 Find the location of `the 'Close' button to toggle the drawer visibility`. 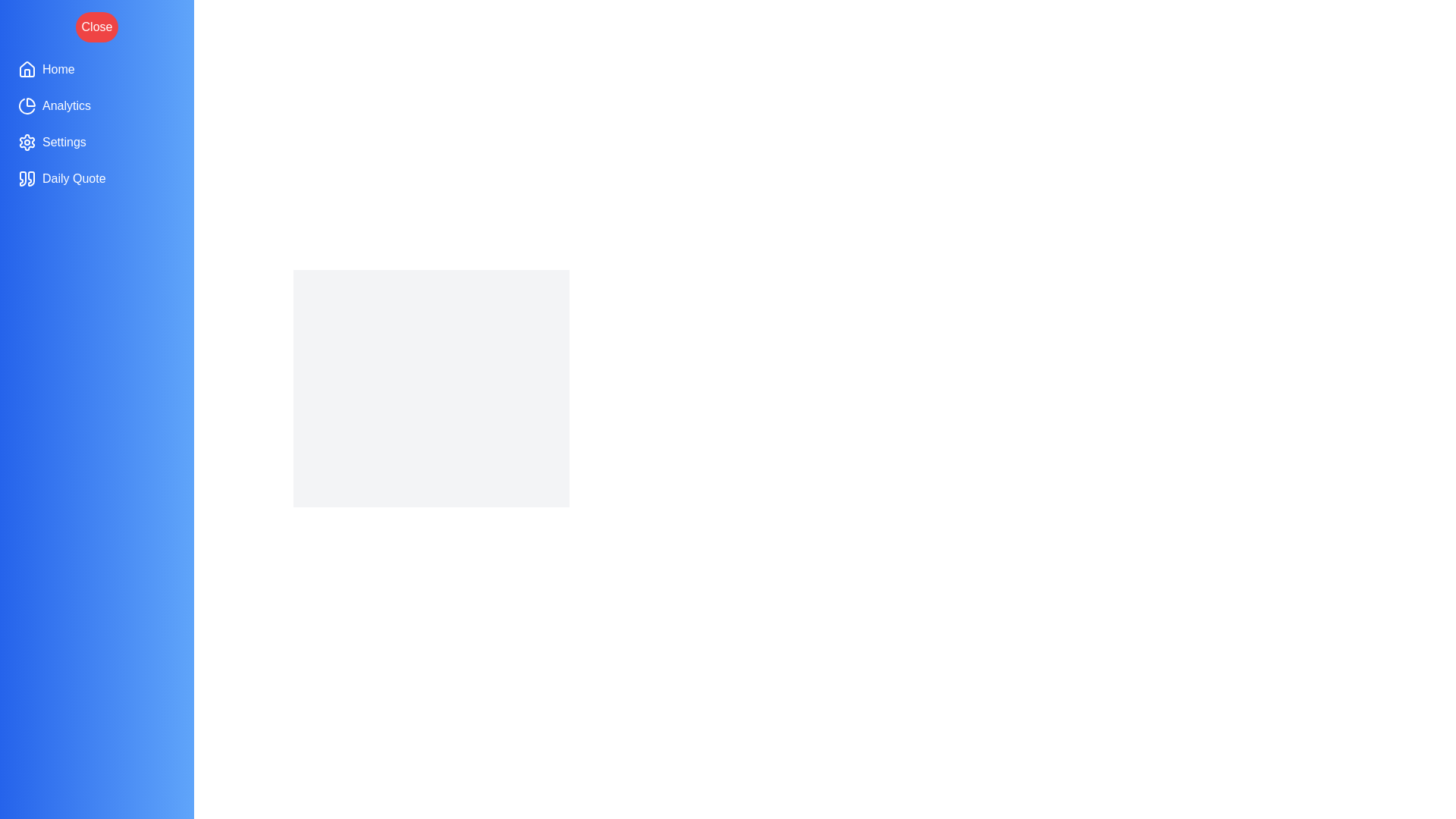

the 'Close' button to toggle the drawer visibility is located at coordinates (96, 27).